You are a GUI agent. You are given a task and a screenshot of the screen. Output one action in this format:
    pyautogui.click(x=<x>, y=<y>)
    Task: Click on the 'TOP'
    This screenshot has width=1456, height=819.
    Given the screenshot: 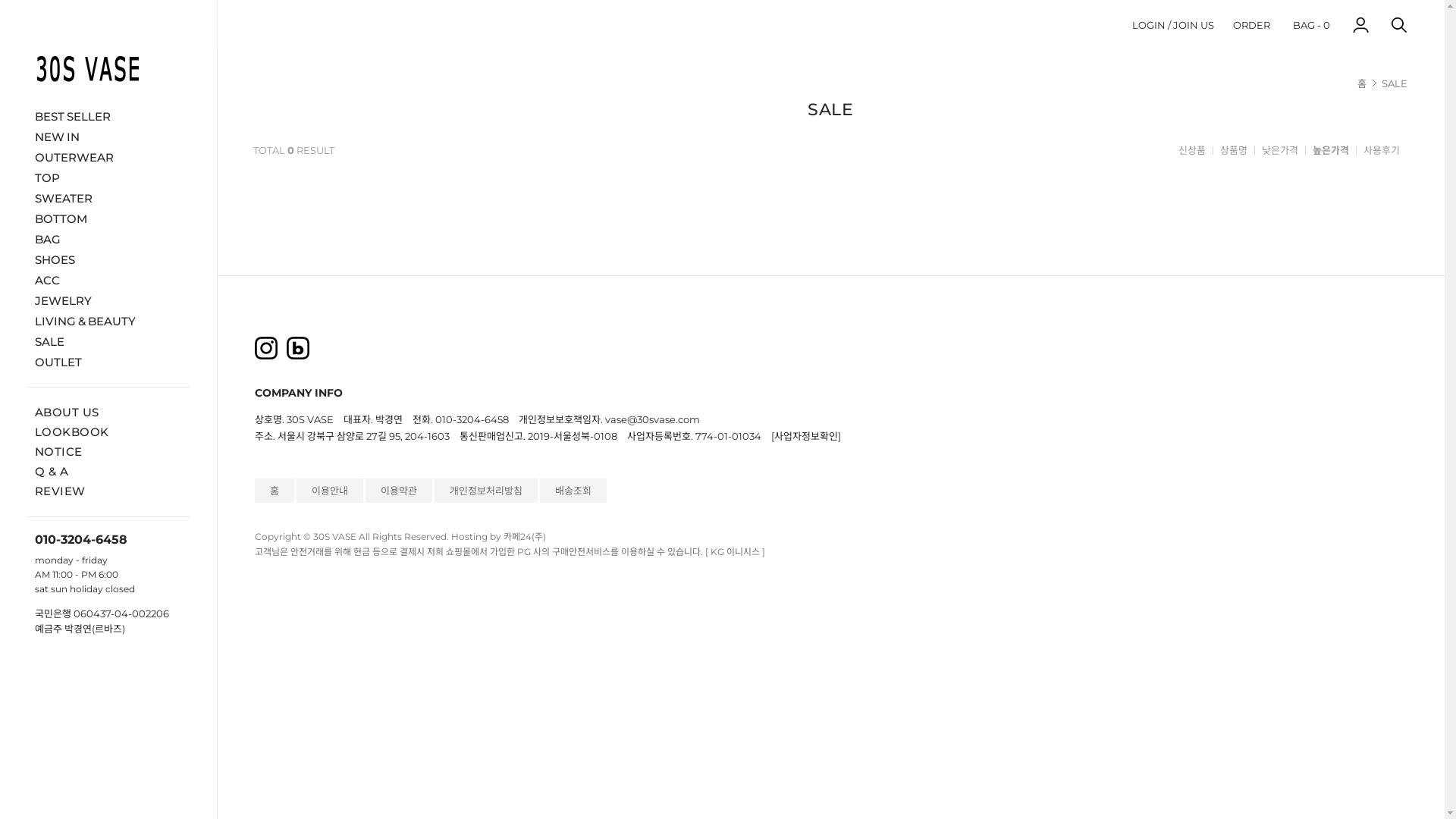 What is the action you would take?
    pyautogui.click(x=108, y=176)
    